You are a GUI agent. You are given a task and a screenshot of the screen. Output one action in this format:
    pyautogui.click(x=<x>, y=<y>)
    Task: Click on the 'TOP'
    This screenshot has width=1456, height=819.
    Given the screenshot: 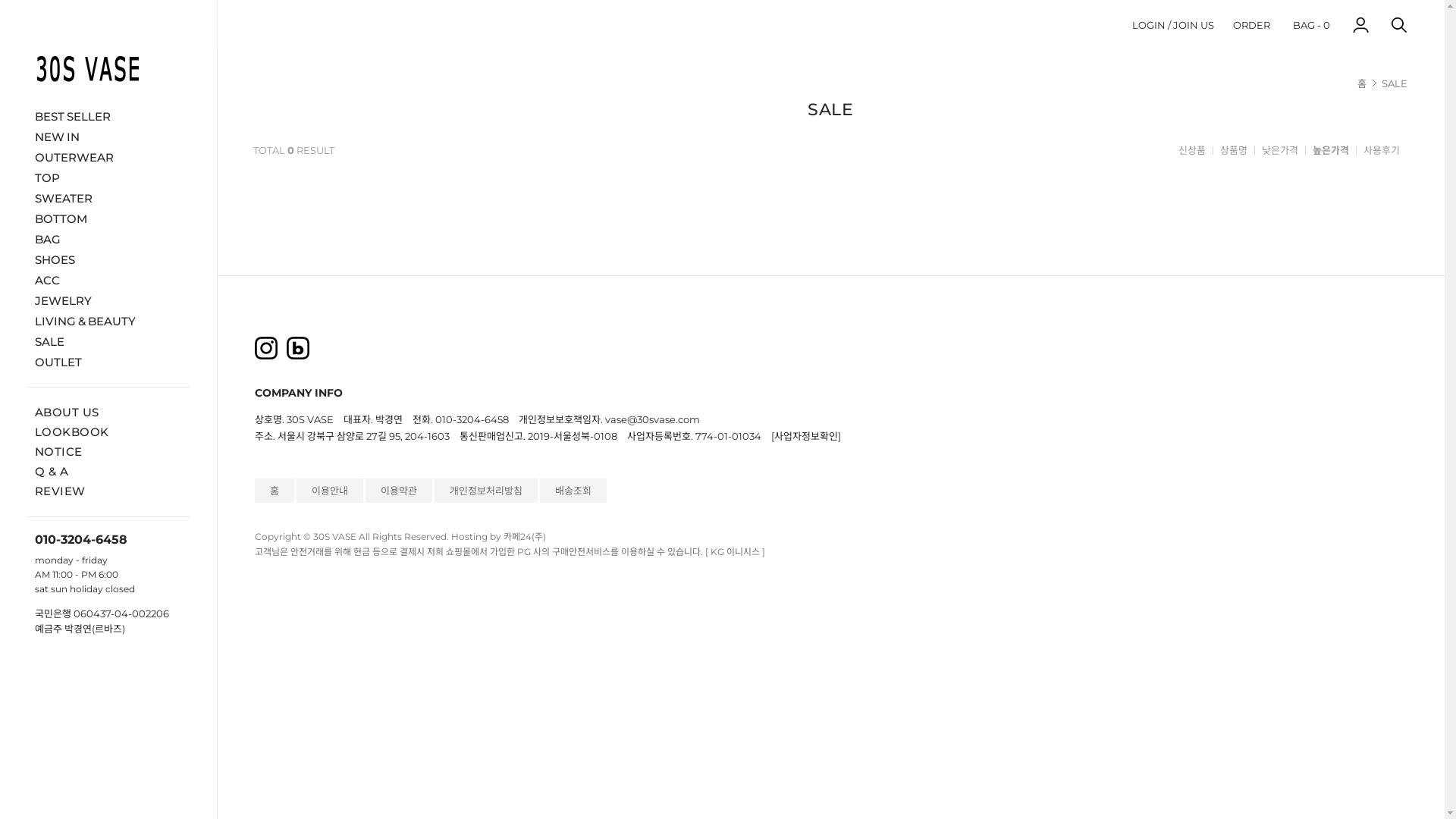 What is the action you would take?
    pyautogui.click(x=108, y=176)
    